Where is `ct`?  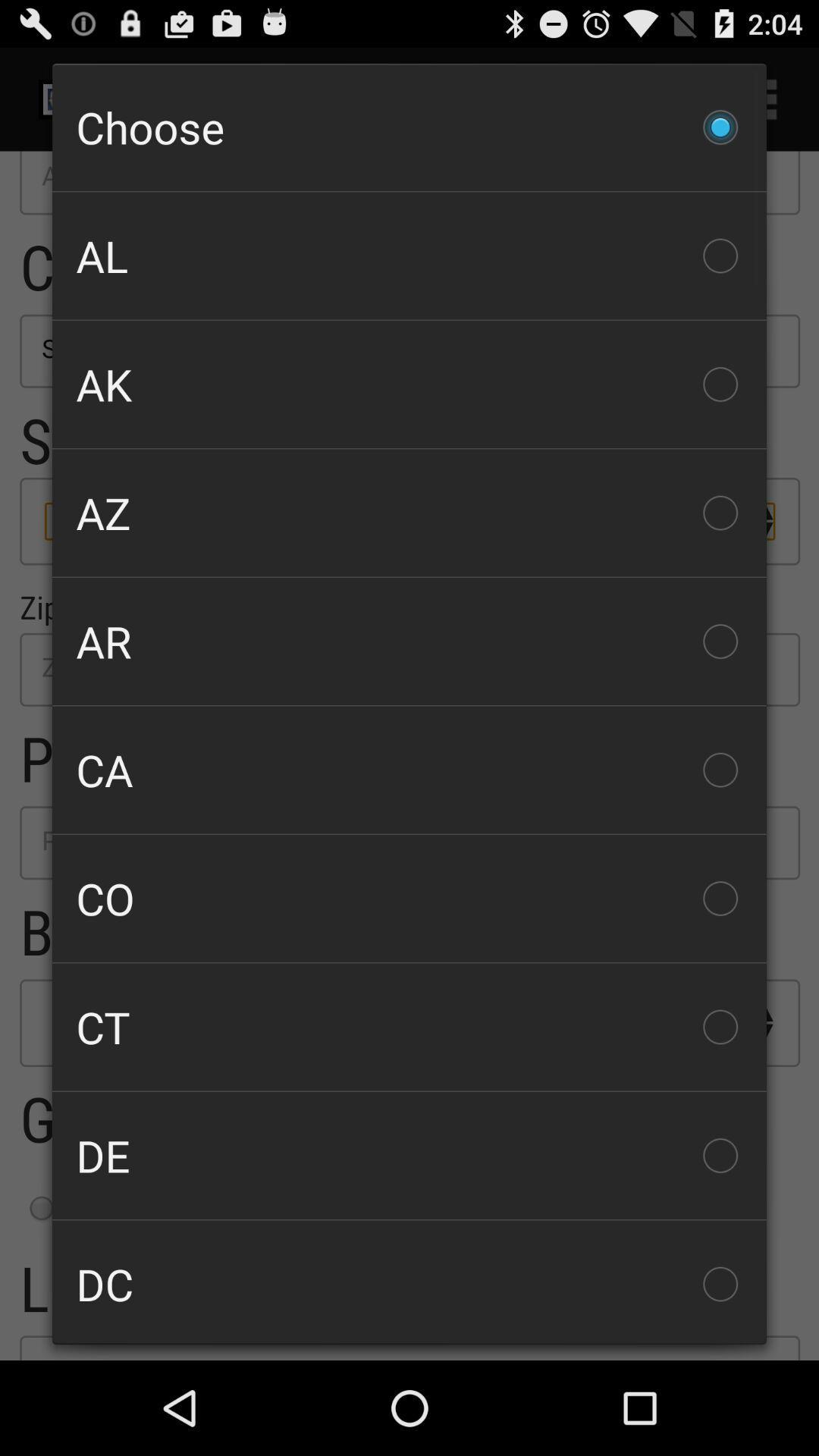
ct is located at coordinates (409, 1027).